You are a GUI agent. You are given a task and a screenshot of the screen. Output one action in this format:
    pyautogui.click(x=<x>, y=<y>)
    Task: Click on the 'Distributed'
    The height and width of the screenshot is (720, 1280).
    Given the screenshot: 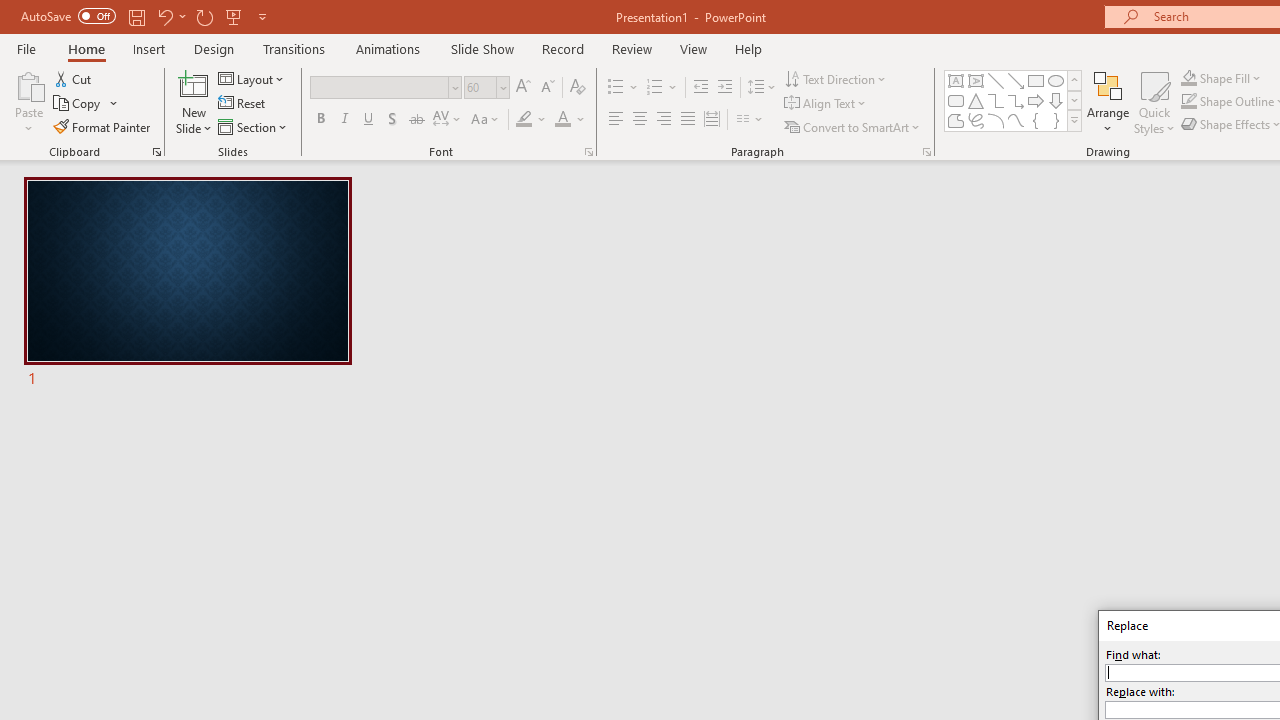 What is the action you would take?
    pyautogui.click(x=712, y=119)
    